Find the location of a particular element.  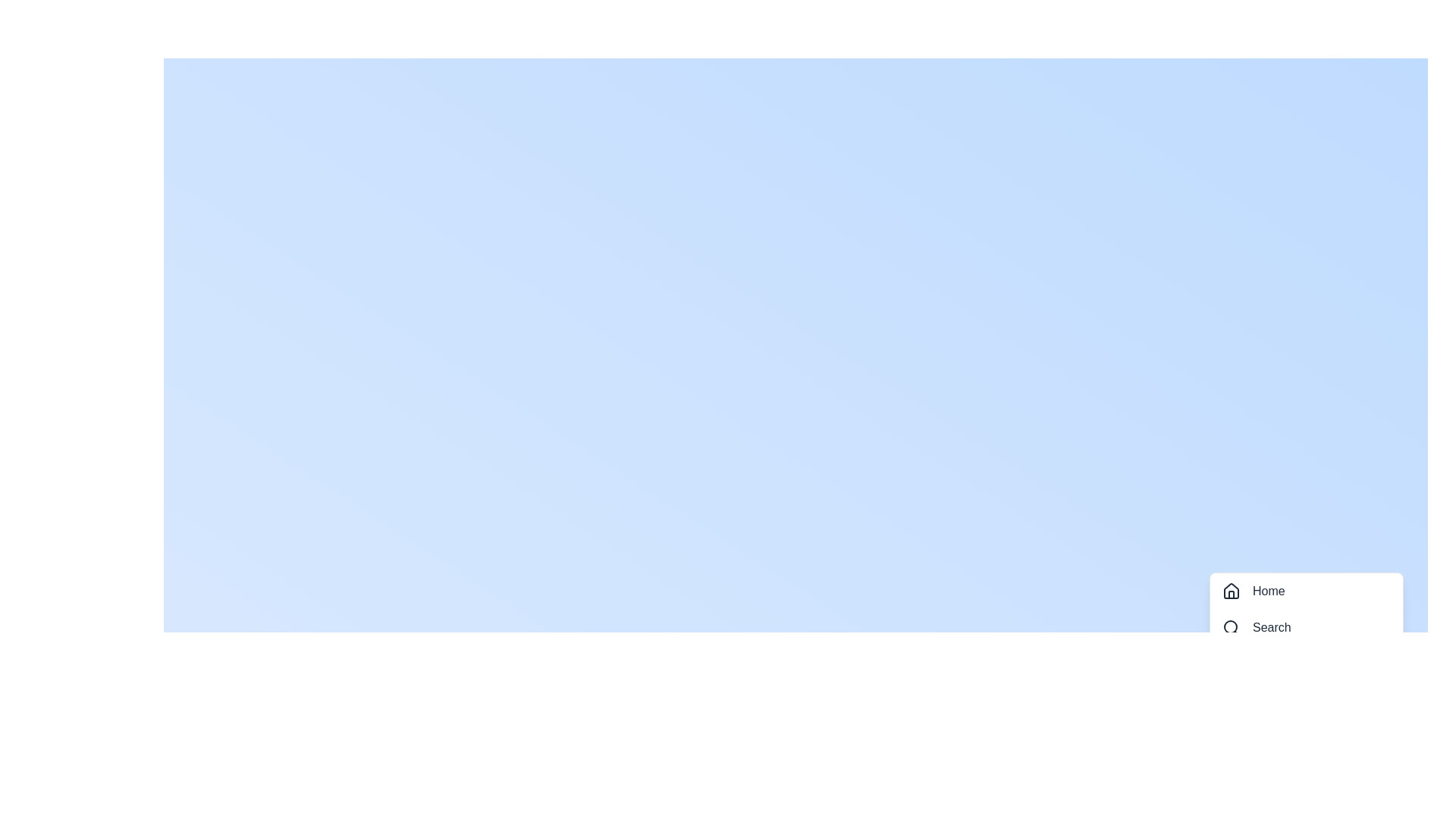

the 'Home' icon located in the bottom right horizontal menu, which serves as a navigational element to direct users to the main page is located at coordinates (1231, 590).